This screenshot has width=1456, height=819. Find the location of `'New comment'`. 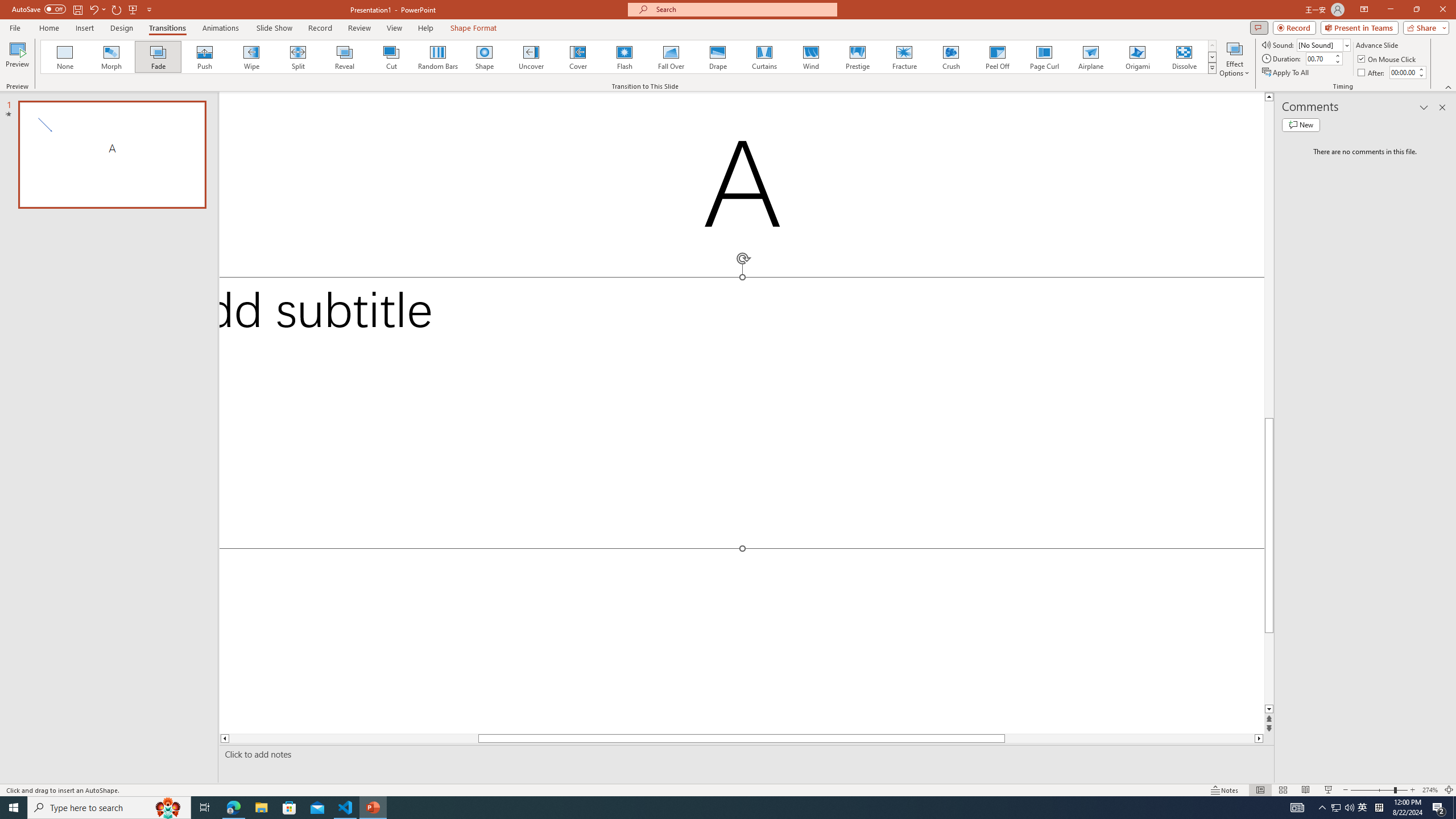

'New comment' is located at coordinates (1300, 124).